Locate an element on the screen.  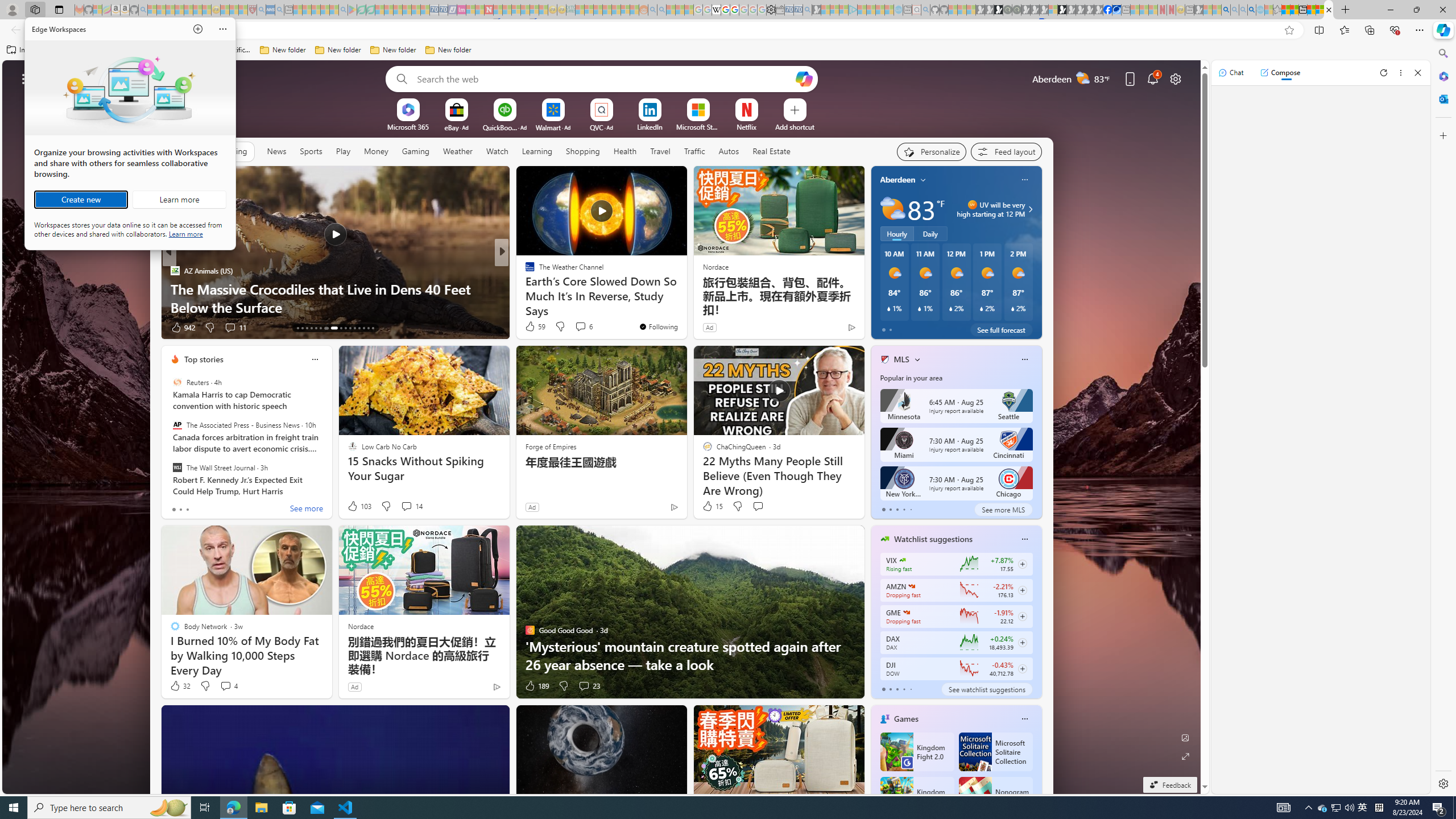
'Netflix' is located at coordinates (746, 126).